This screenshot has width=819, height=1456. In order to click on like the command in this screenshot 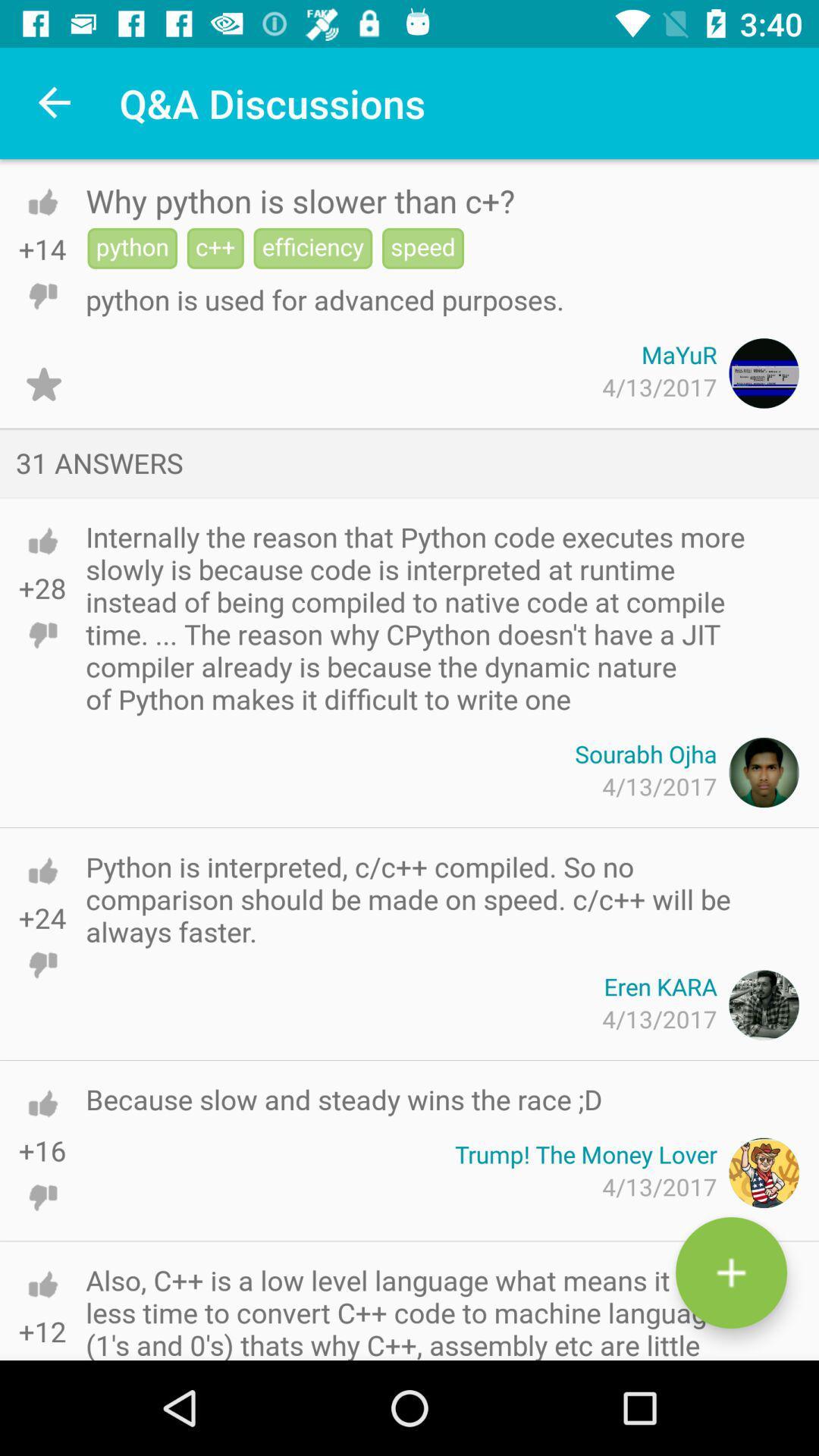, I will do `click(42, 1103)`.